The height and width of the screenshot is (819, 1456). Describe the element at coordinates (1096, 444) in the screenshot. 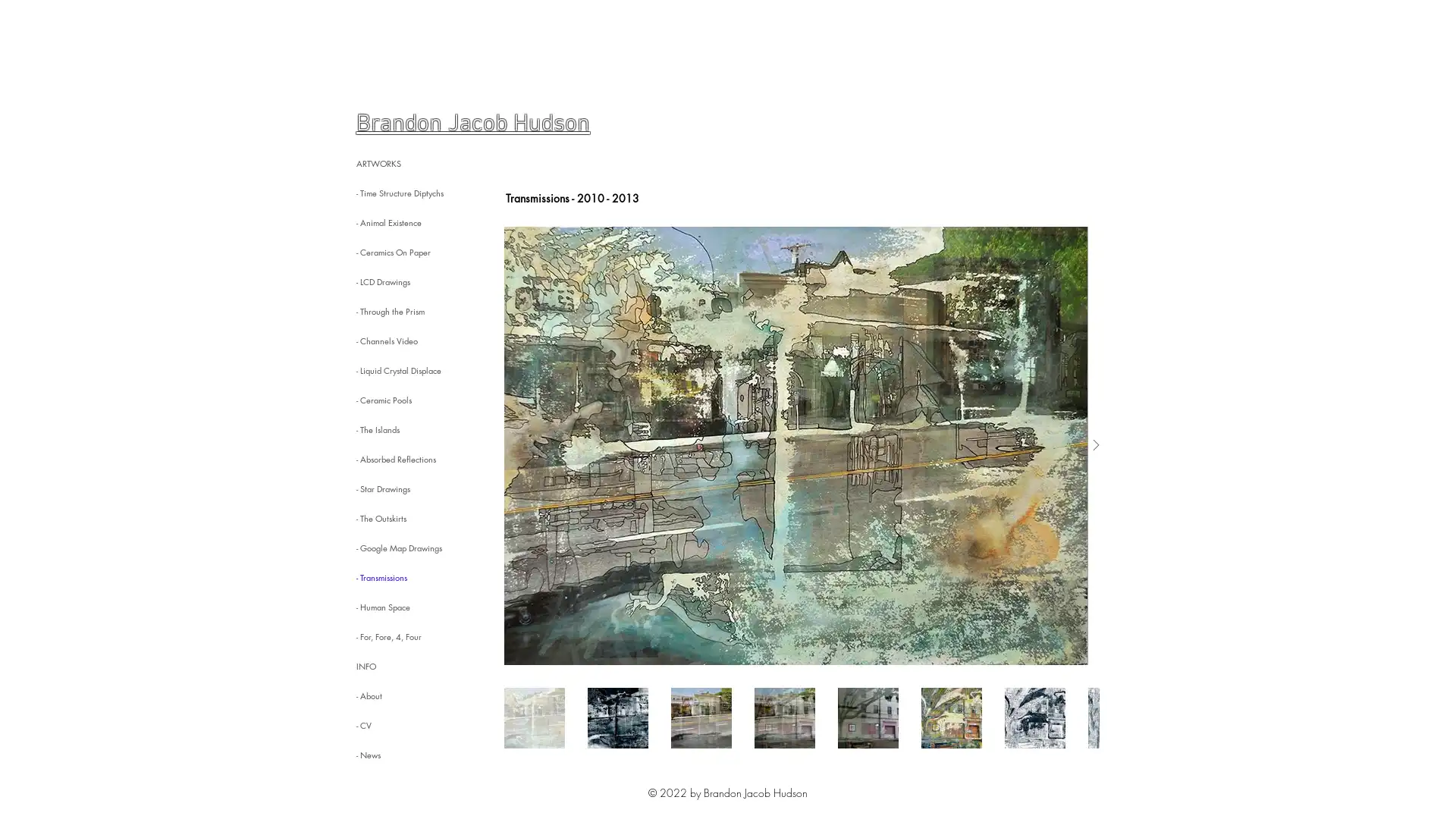

I see `Next Item` at that location.